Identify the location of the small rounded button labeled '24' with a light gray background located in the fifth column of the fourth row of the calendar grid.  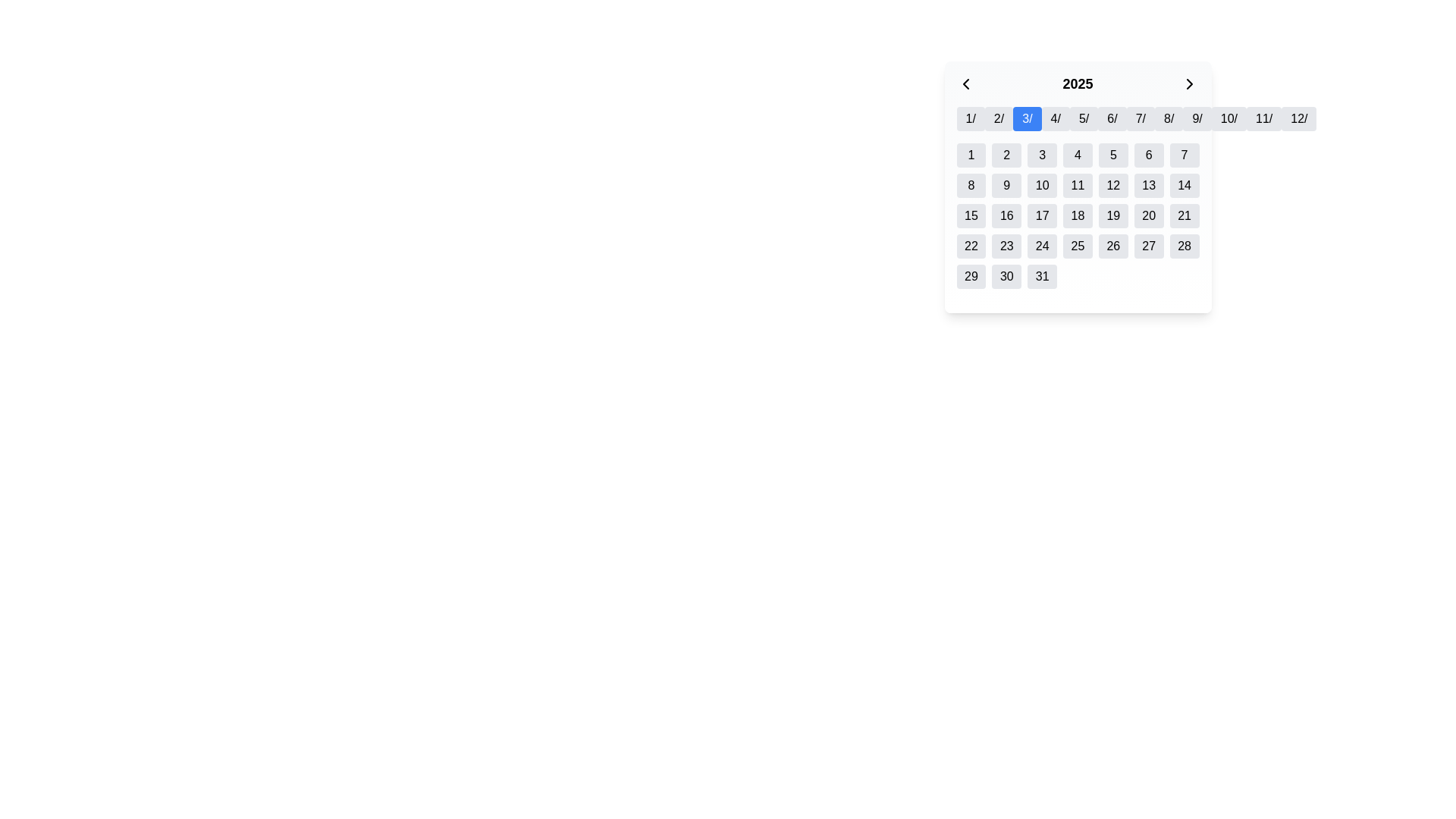
(1041, 245).